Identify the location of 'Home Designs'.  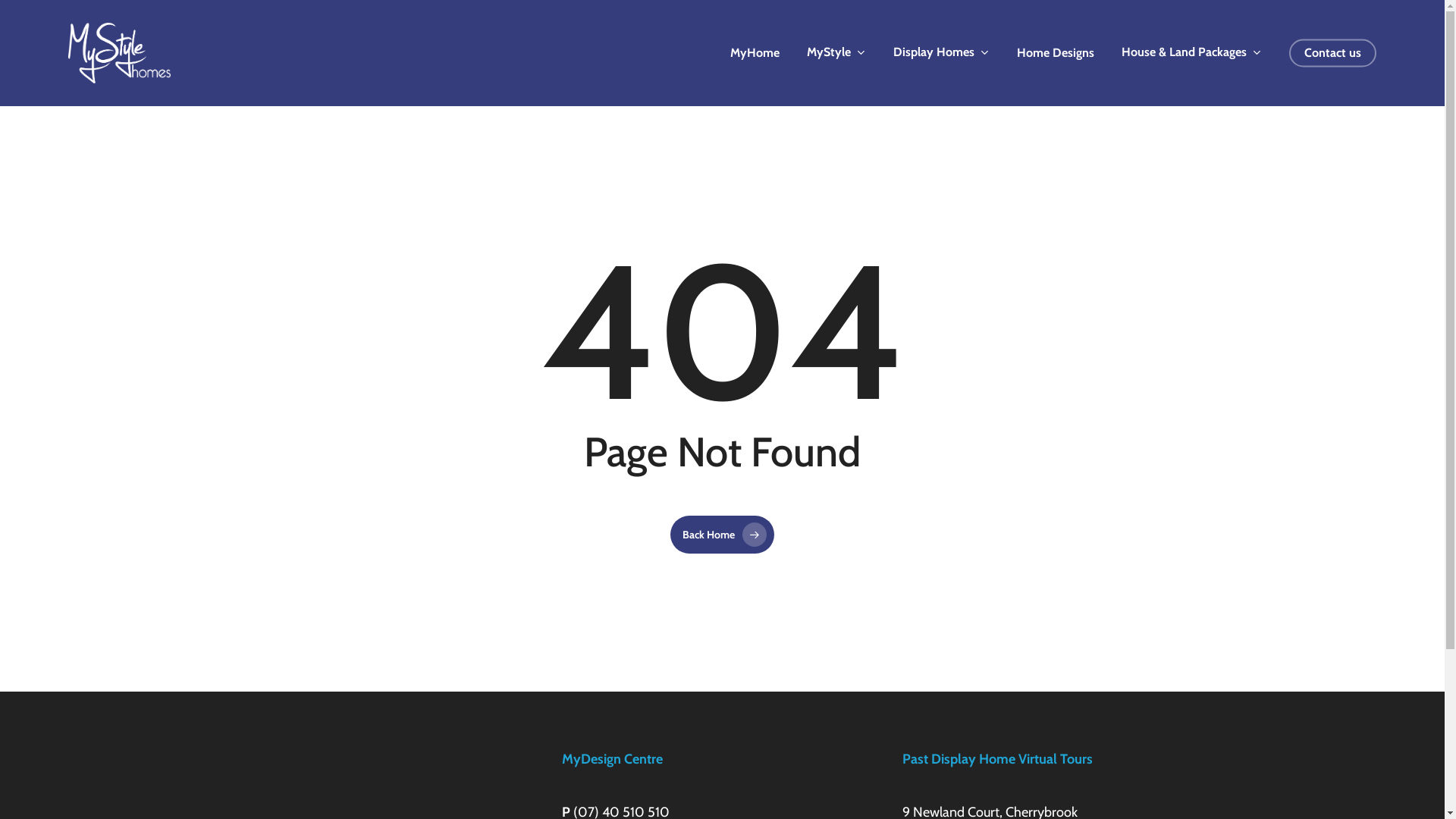
(1055, 52).